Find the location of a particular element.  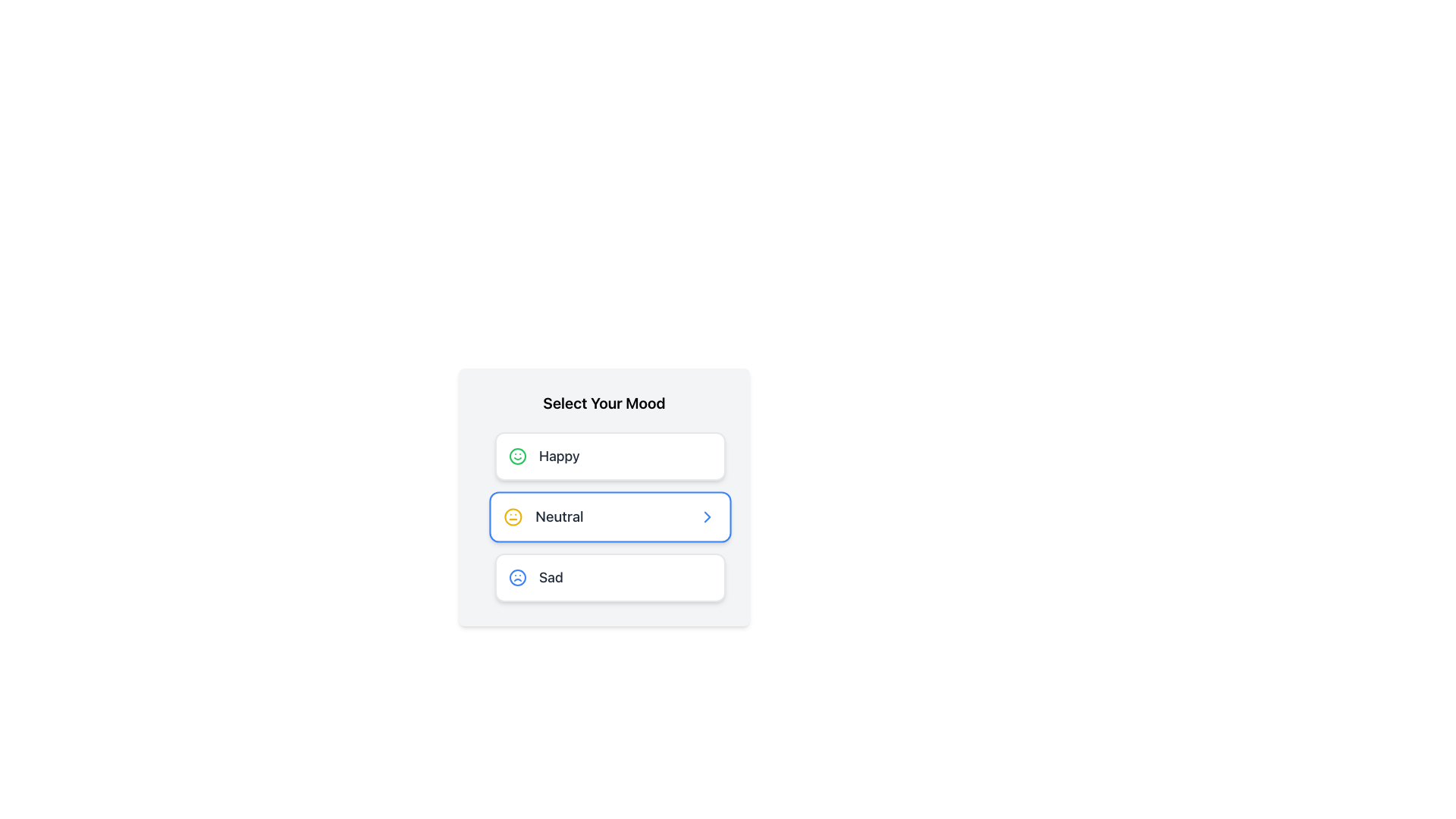

the navigational arrow icon located to the far right of the 'Neutral' option is located at coordinates (707, 516).